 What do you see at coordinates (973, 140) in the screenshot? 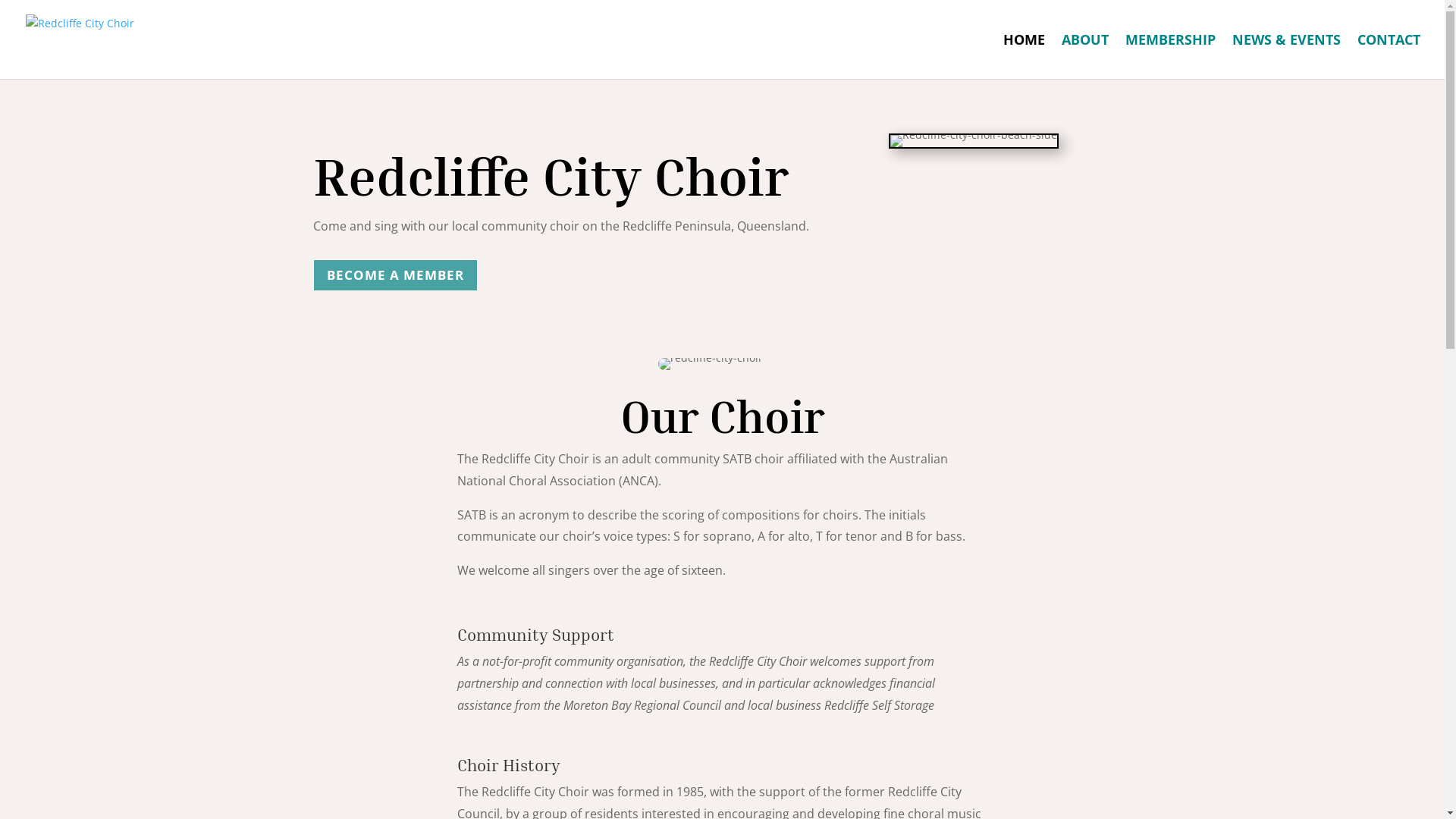
I see `'Singing by the bay'` at bounding box center [973, 140].